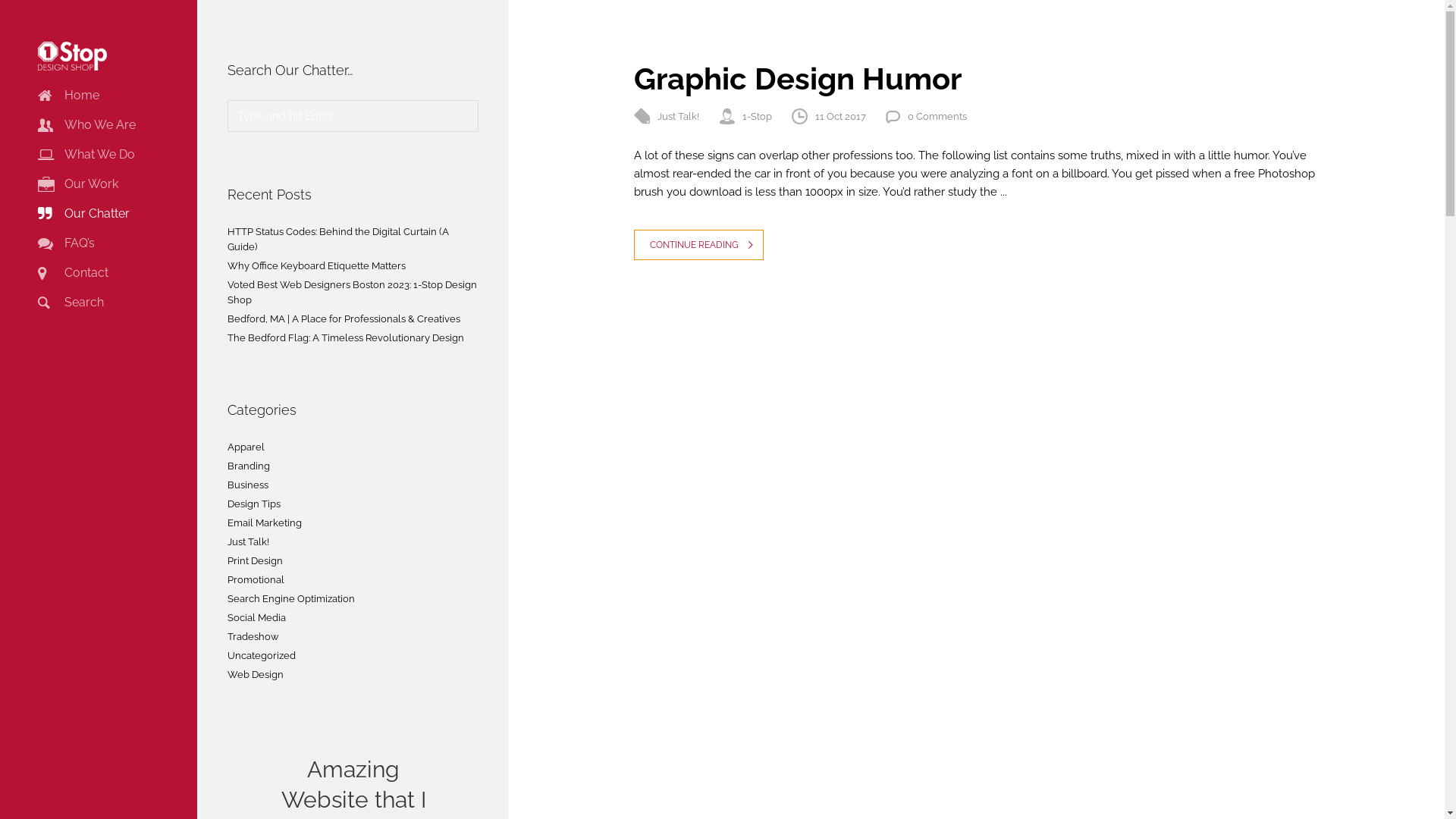 The image size is (1456, 819). Describe the element at coordinates (343, 318) in the screenshot. I see `'Bedford, MA | A Place for Professionals & Creatives'` at that location.